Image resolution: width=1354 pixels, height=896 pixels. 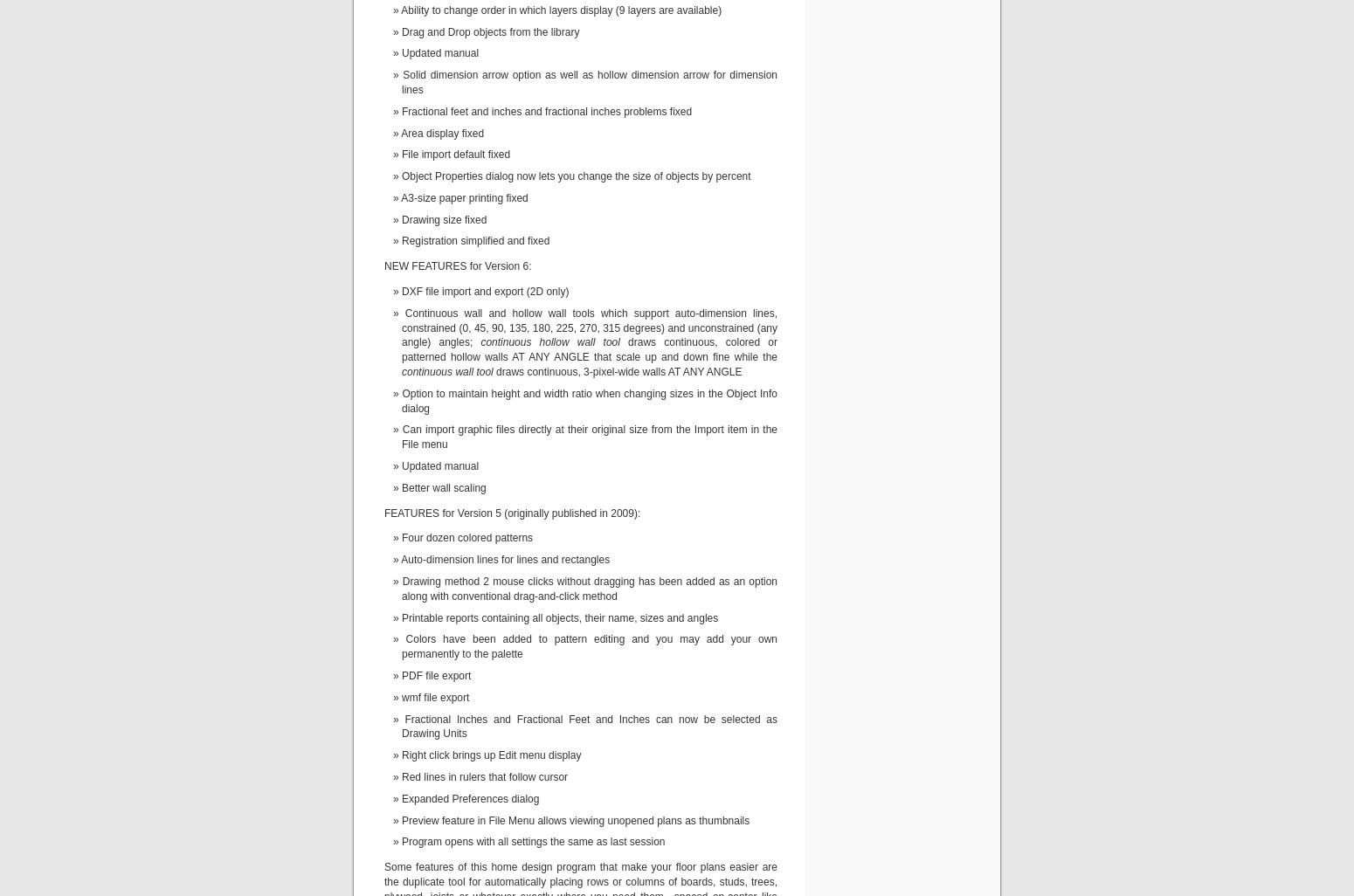 I want to click on 'Option to maintain height and width ratio when changing sizes in the Object Info dialog', so click(x=589, y=400).